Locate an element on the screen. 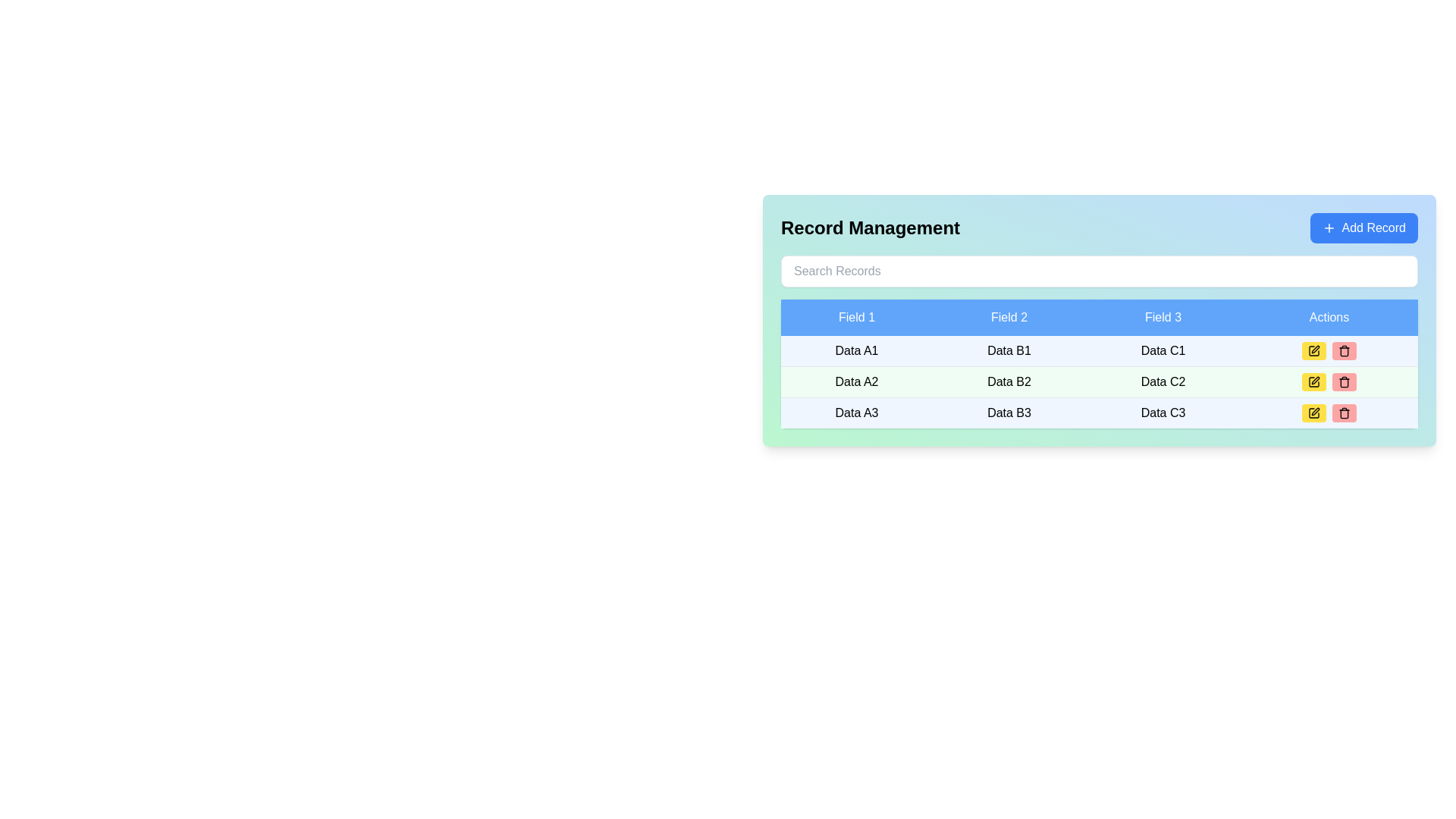  the delete icon button located in the 'Actions' column of the second row of the table to initiate the delete process is located at coordinates (1344, 381).